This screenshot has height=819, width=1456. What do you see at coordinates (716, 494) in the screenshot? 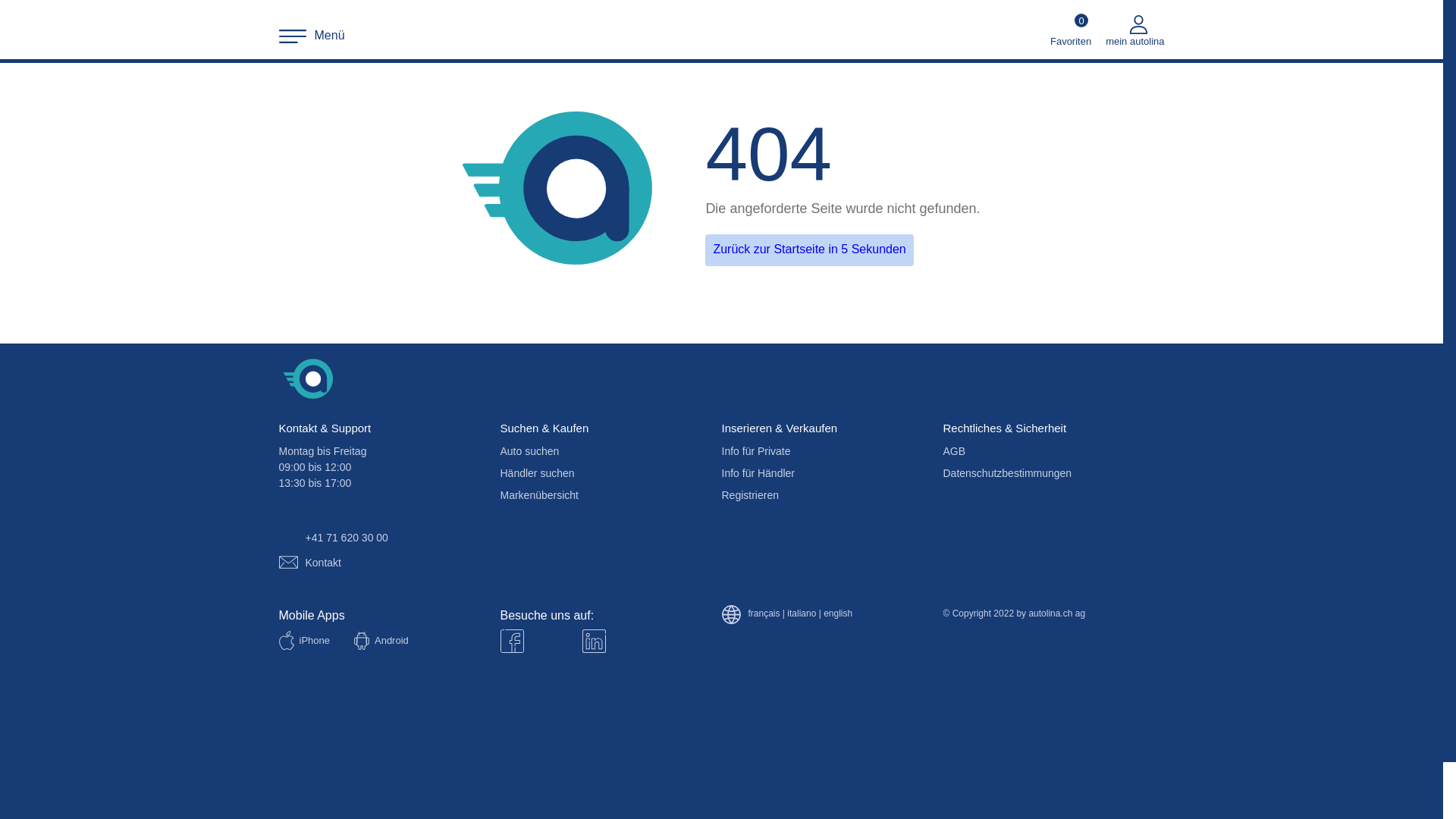
I see `'Registrieren'` at bounding box center [716, 494].